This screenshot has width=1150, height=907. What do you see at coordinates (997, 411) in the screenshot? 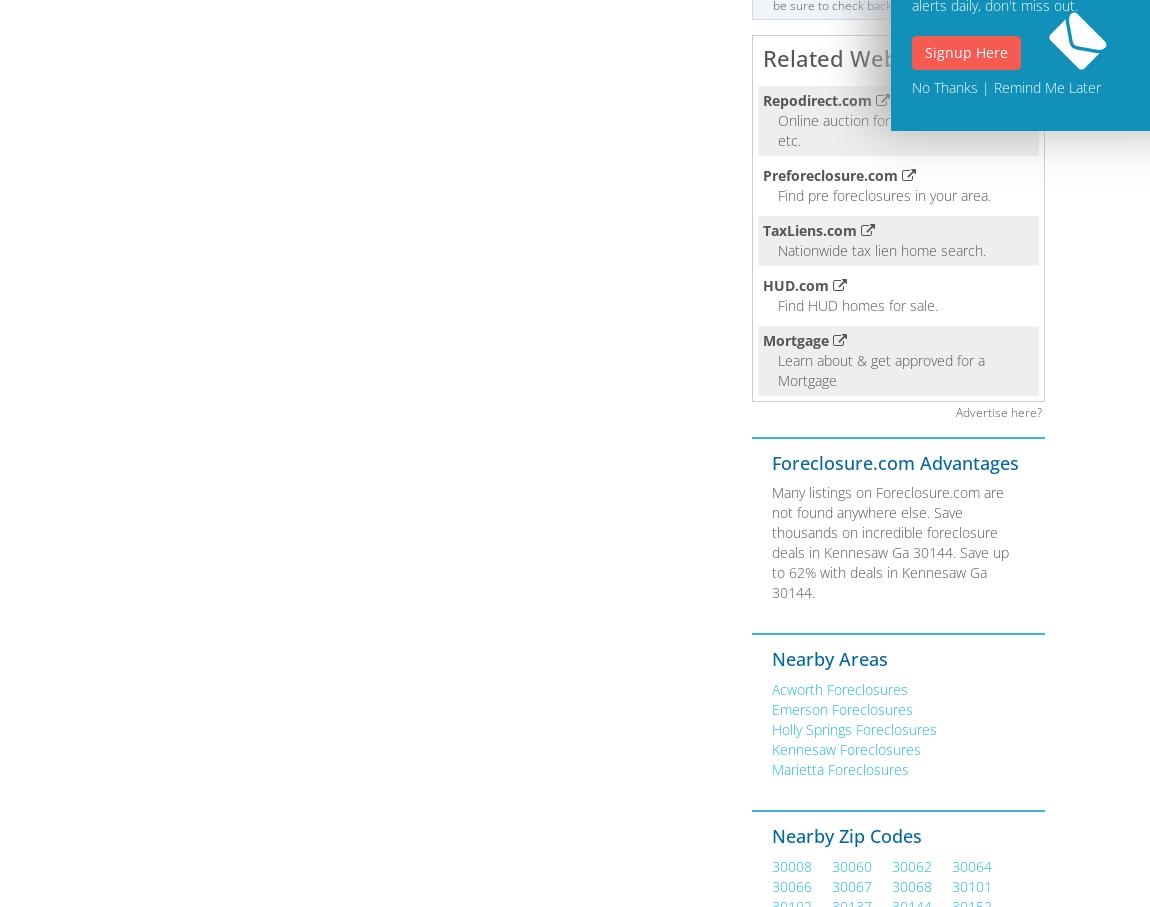
I see `'Advertise here?'` at bounding box center [997, 411].